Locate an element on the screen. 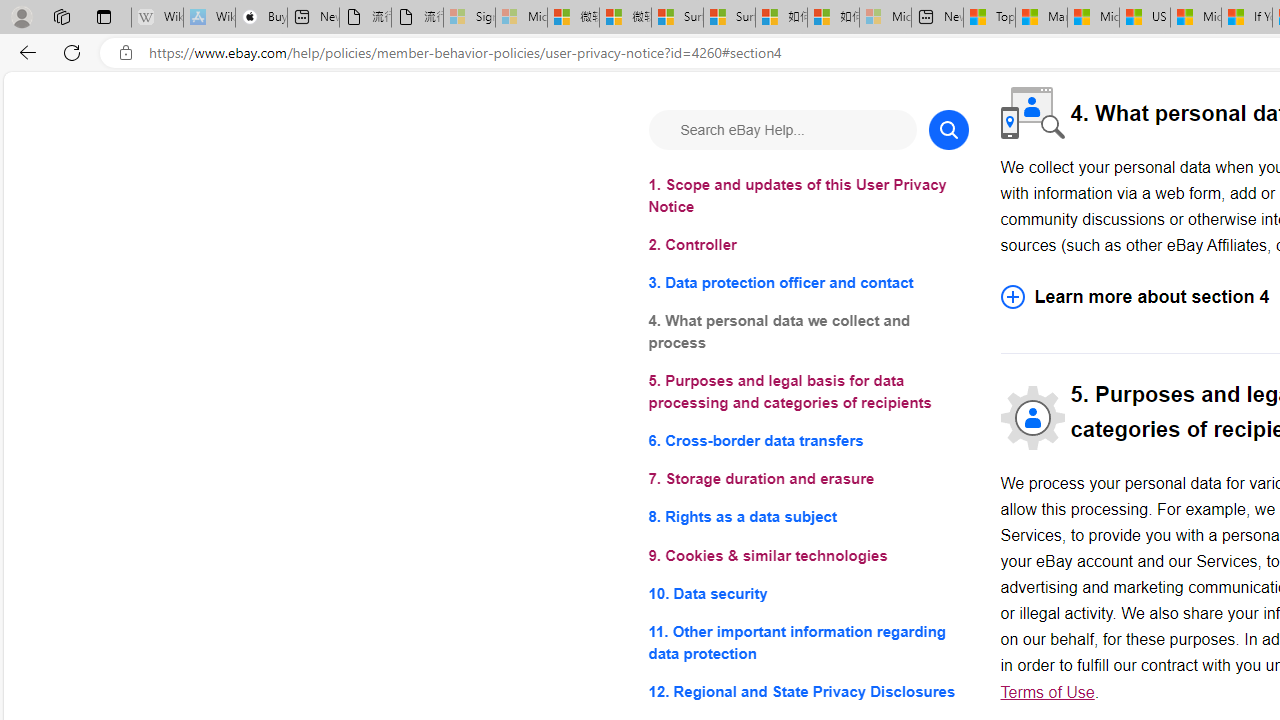 The width and height of the screenshot is (1280, 720). 'Buy iPad - Apple' is located at coordinates (260, 17).